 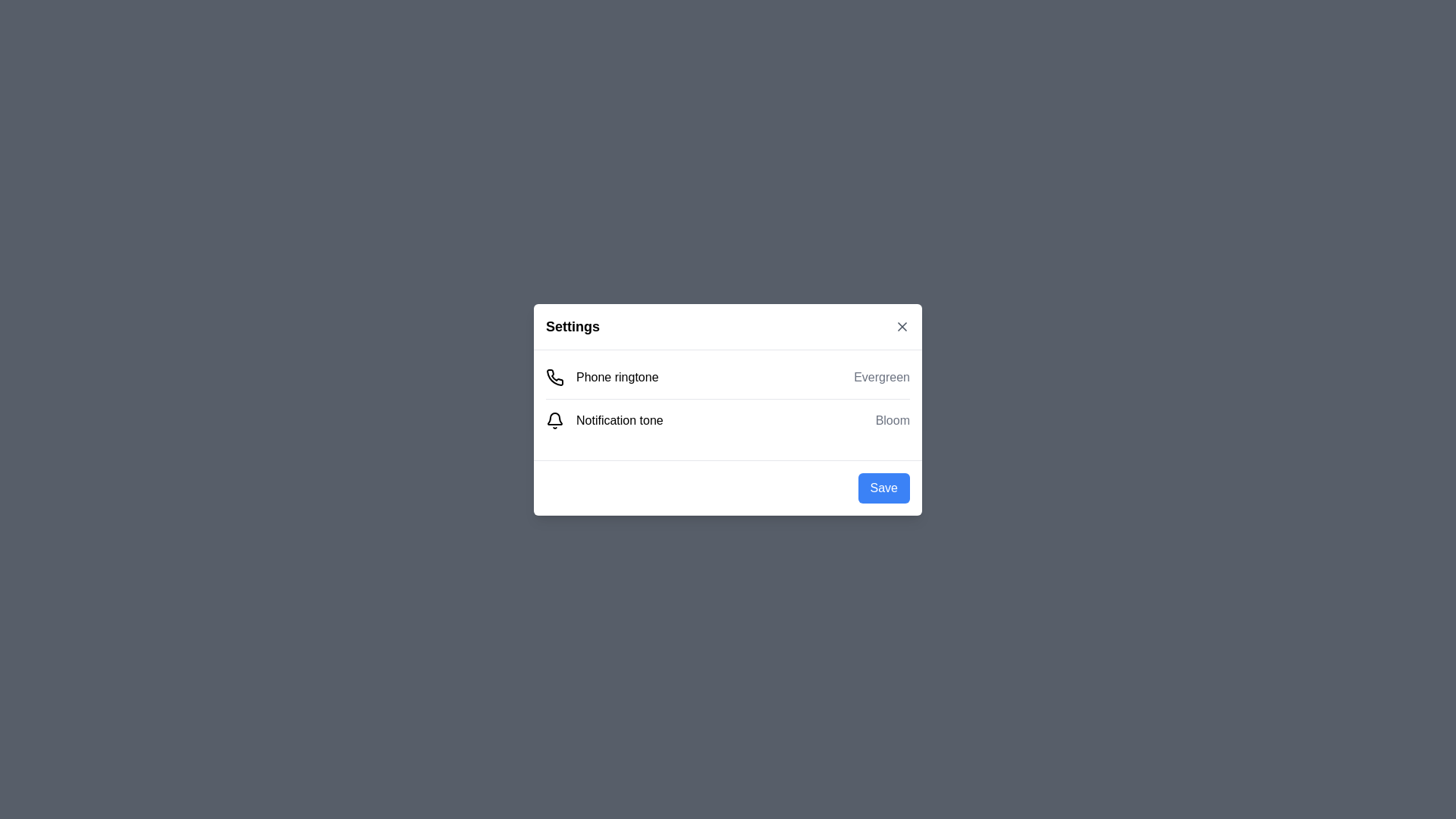 What do you see at coordinates (554, 418) in the screenshot?
I see `lower segment of the bell icon that is part of the notification tone row in the dialog box, which is represented as a geometric shape with black strokes and no fill` at bounding box center [554, 418].